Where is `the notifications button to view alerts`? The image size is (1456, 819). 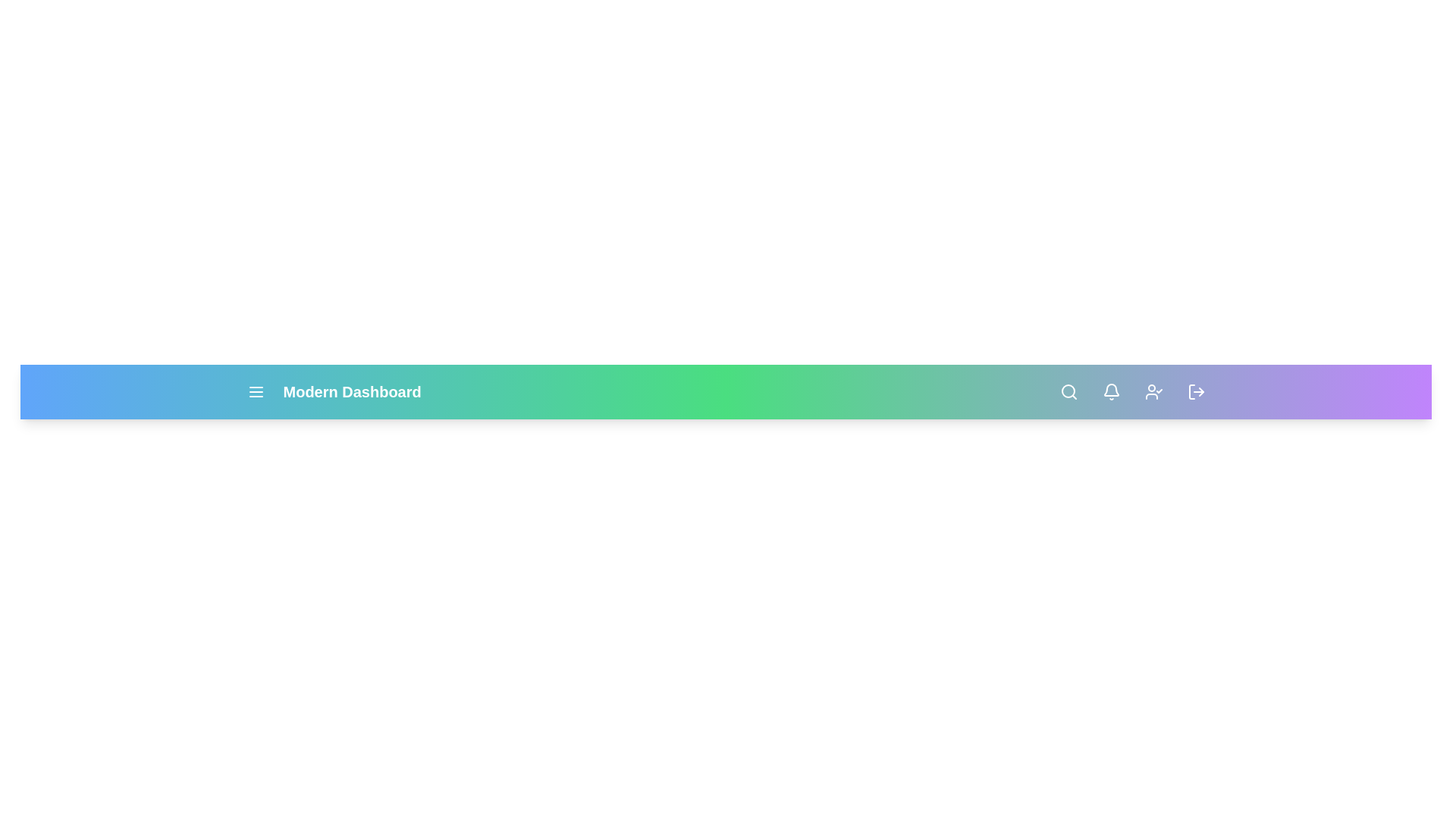
the notifications button to view alerts is located at coordinates (1111, 391).